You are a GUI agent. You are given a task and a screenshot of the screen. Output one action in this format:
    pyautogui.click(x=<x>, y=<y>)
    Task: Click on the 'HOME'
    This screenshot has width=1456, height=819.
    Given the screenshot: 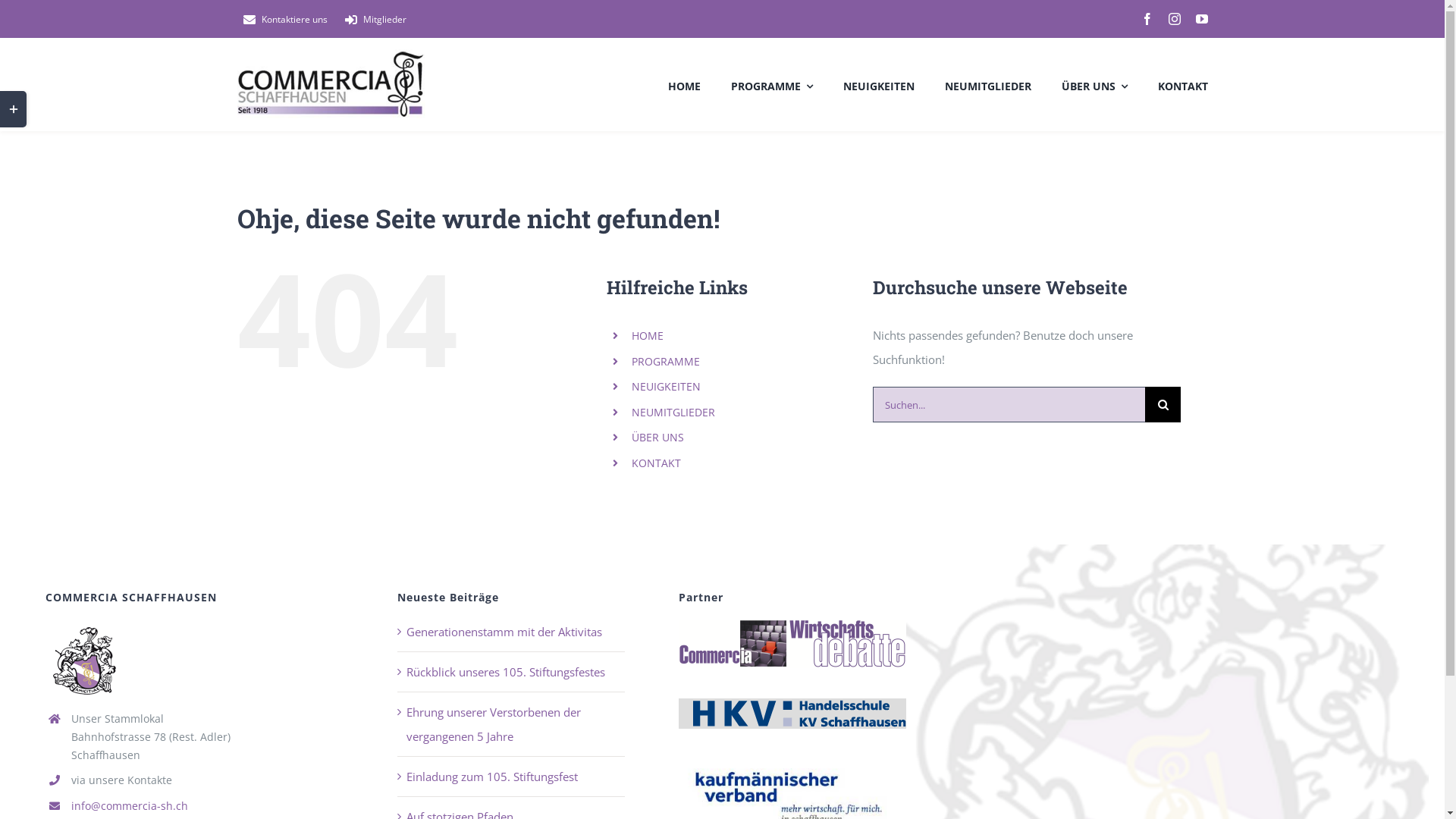 What is the action you would take?
    pyautogui.click(x=667, y=84)
    